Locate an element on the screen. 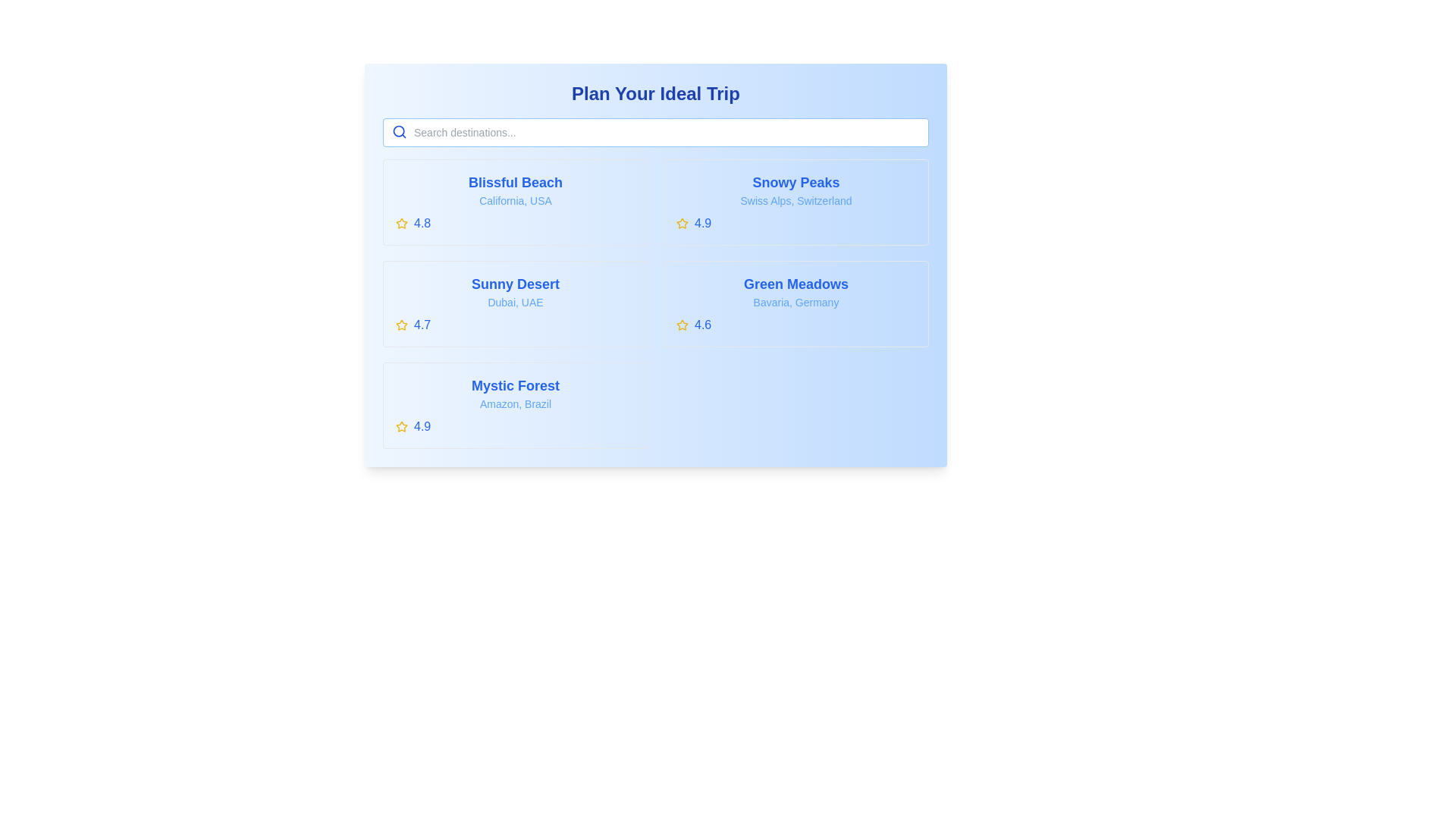  the text label that conveys the numerical rating of 'Sunny Desert', located in the lower-left segment of the interface within the rating section is located at coordinates (422, 324).